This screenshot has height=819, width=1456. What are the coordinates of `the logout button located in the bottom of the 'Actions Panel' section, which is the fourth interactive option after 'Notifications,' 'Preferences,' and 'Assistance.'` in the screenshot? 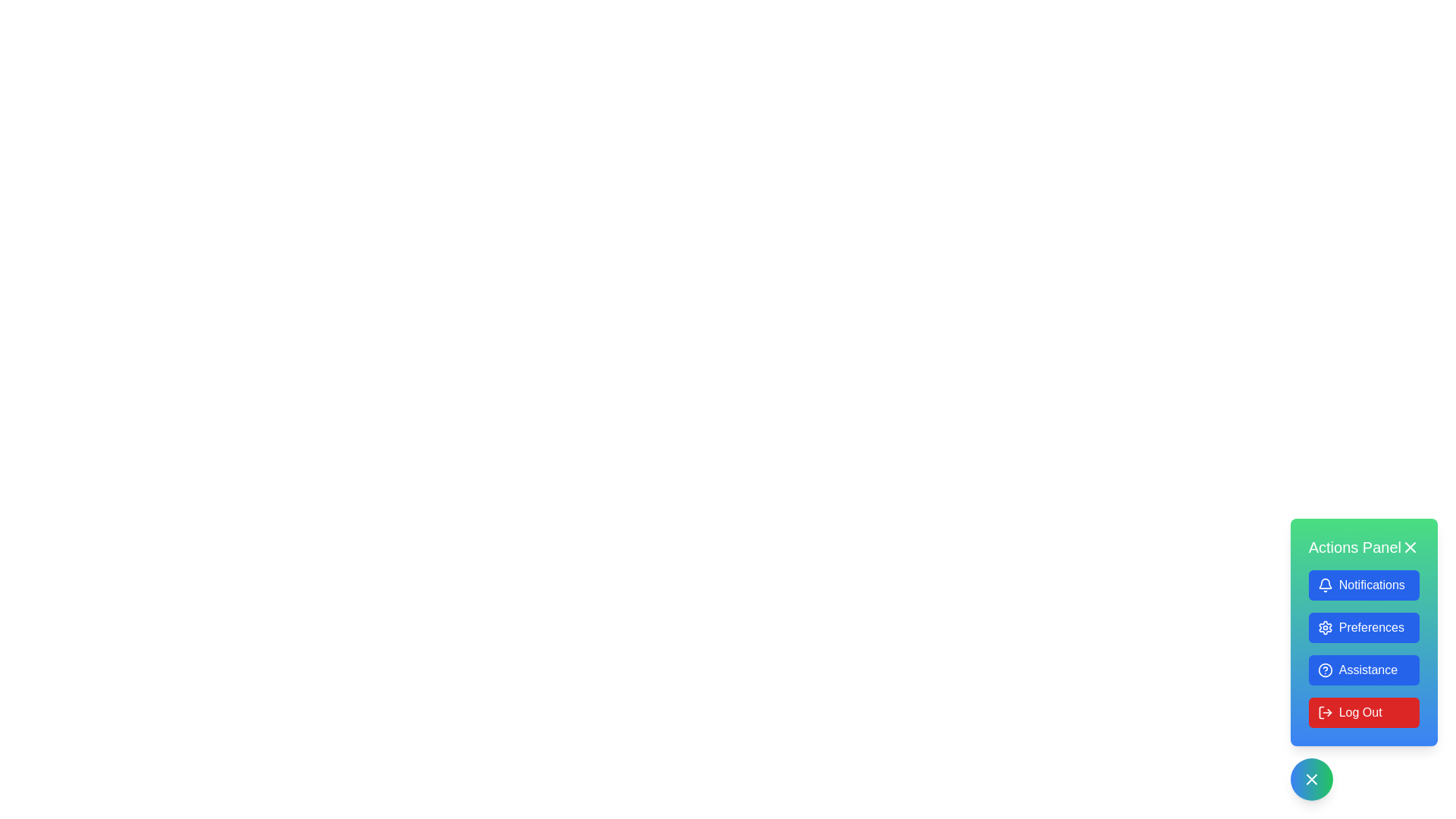 It's located at (1363, 713).